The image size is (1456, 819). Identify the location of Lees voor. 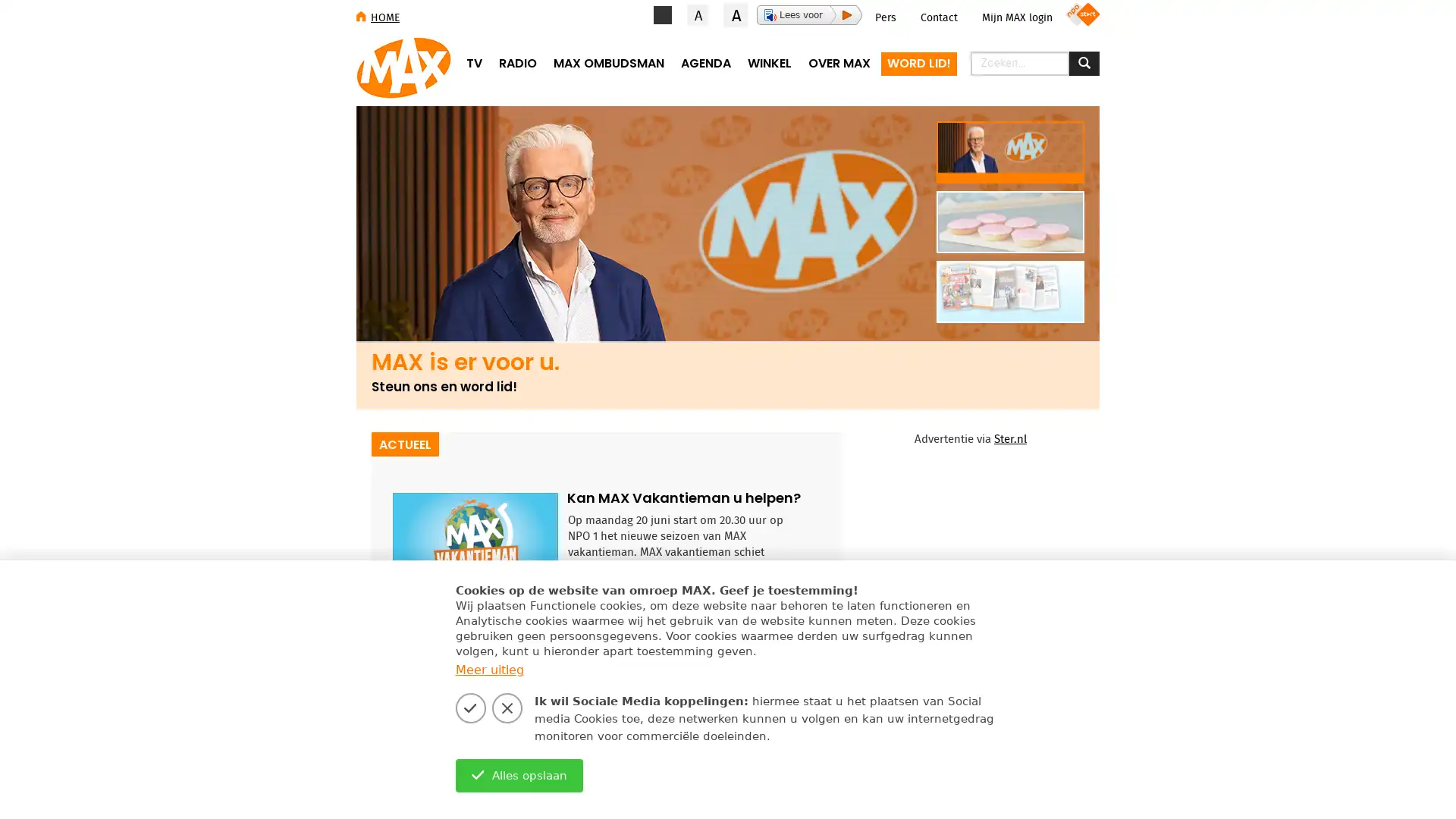
(808, 14).